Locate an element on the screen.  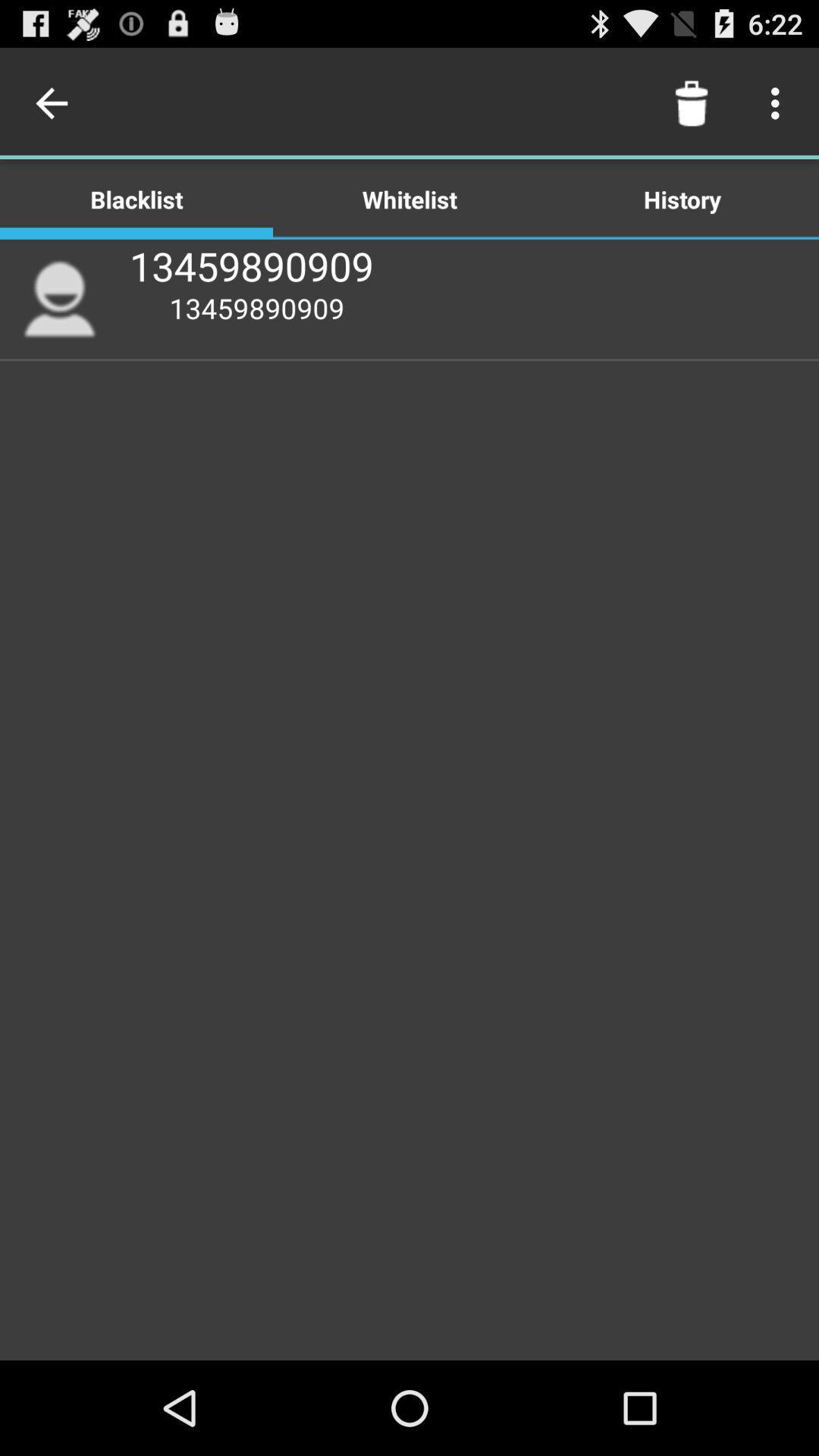
icon to the right of the blacklist is located at coordinates (409, 198).